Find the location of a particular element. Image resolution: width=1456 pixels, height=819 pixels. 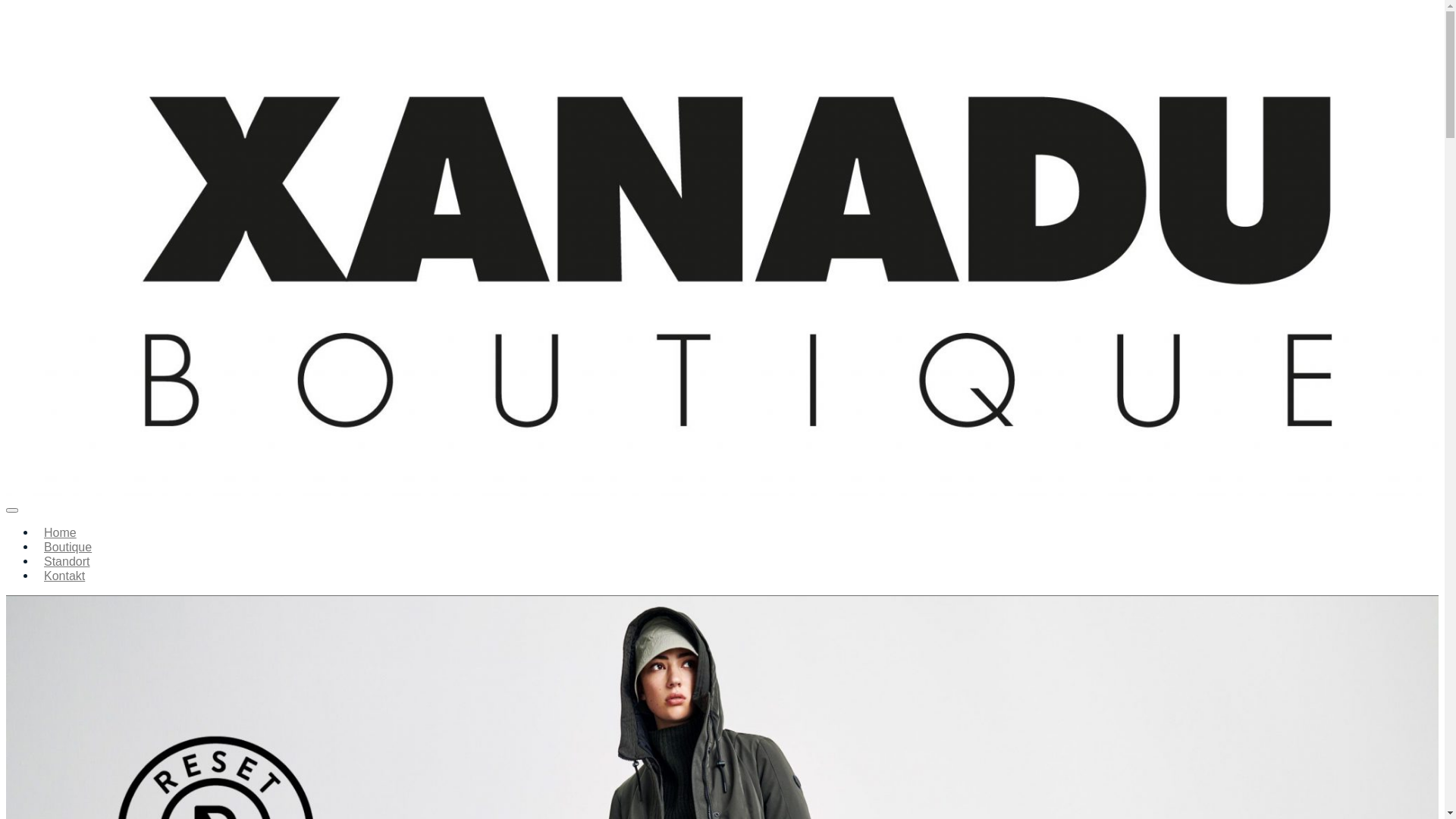

'Home' is located at coordinates (60, 532).